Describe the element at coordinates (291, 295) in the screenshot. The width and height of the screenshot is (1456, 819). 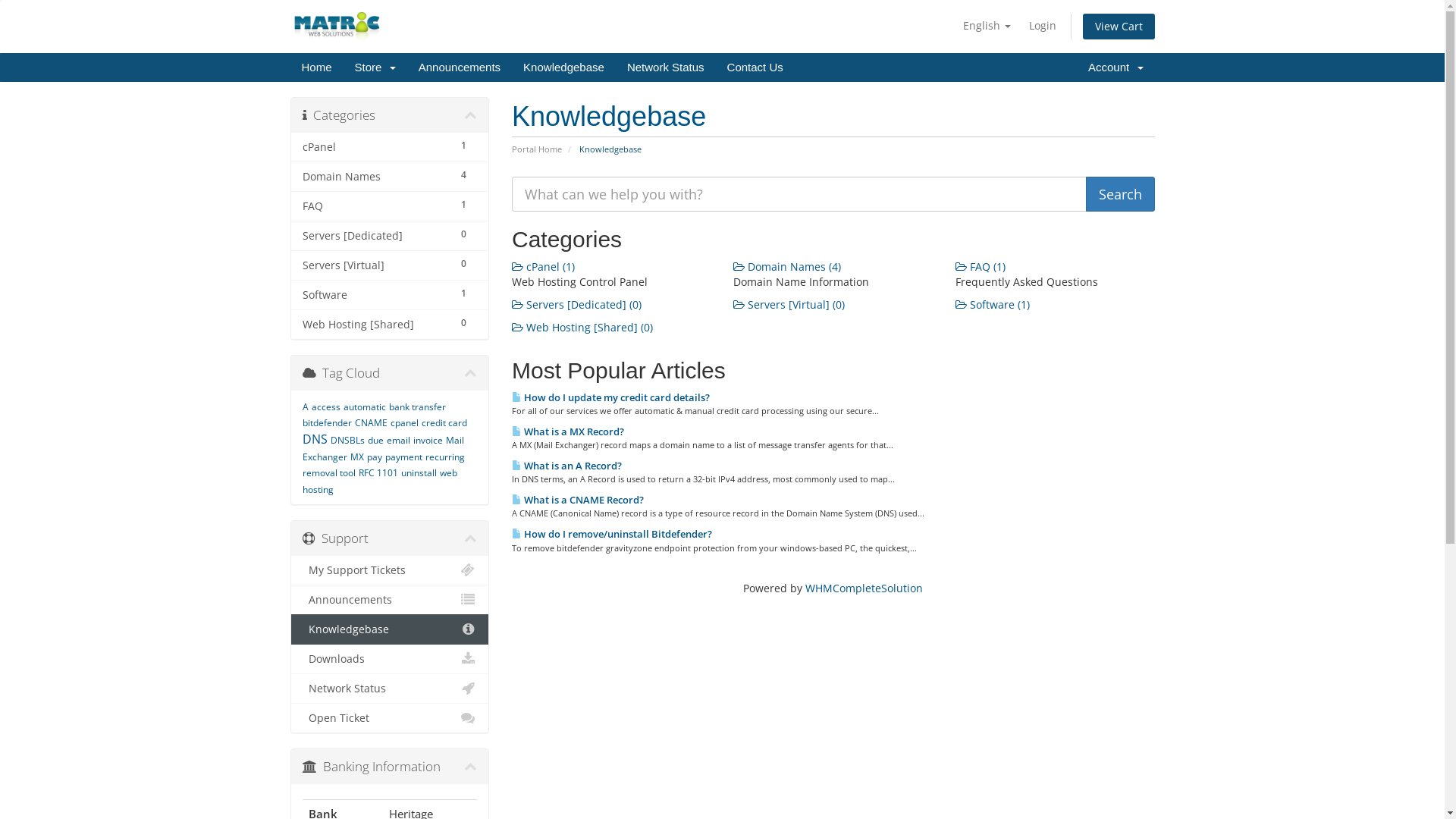
I see `'1` at that location.